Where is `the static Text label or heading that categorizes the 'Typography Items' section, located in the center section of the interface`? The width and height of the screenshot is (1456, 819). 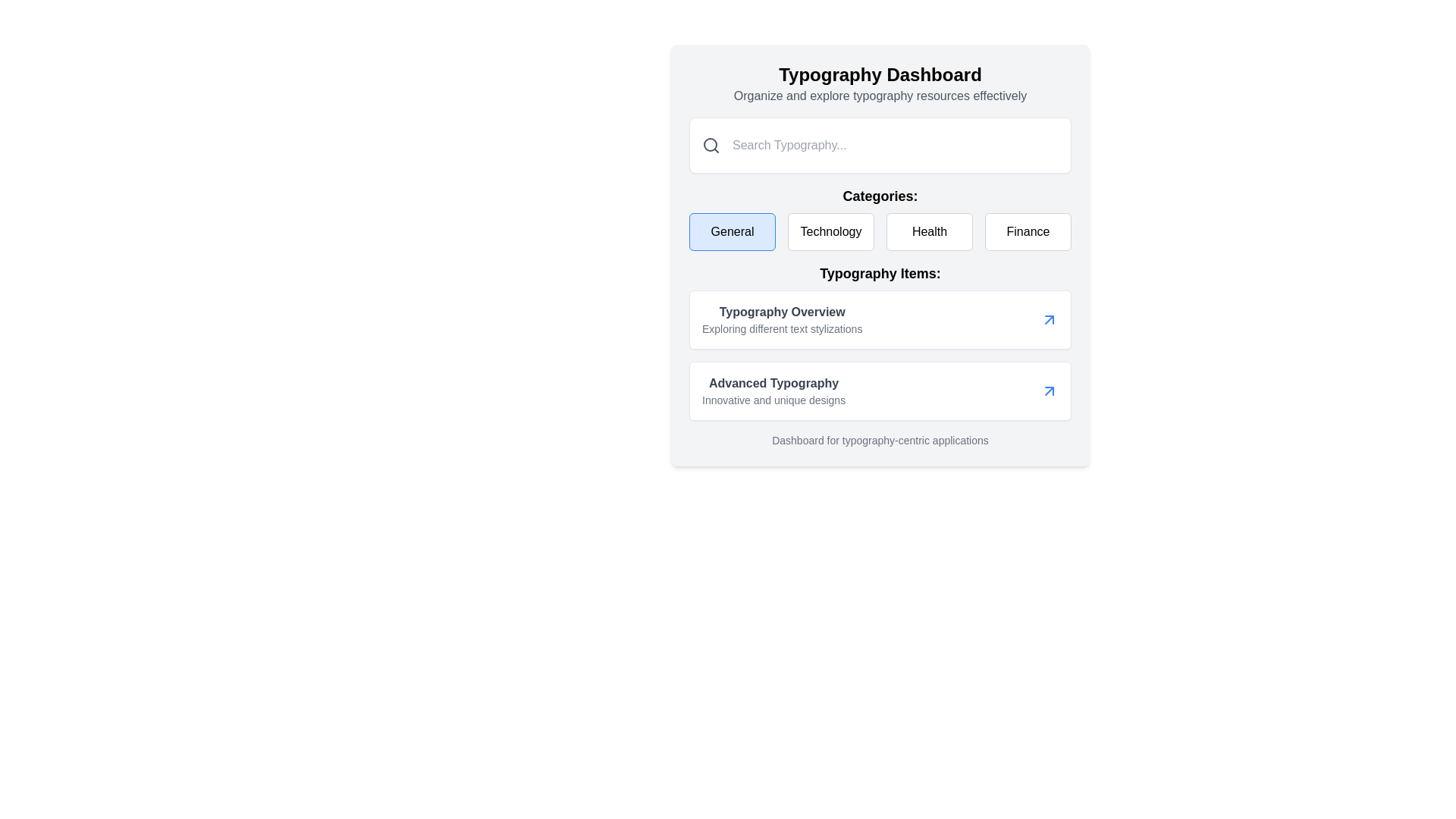 the static Text label or heading that categorizes the 'Typography Items' section, located in the center section of the interface is located at coordinates (880, 274).